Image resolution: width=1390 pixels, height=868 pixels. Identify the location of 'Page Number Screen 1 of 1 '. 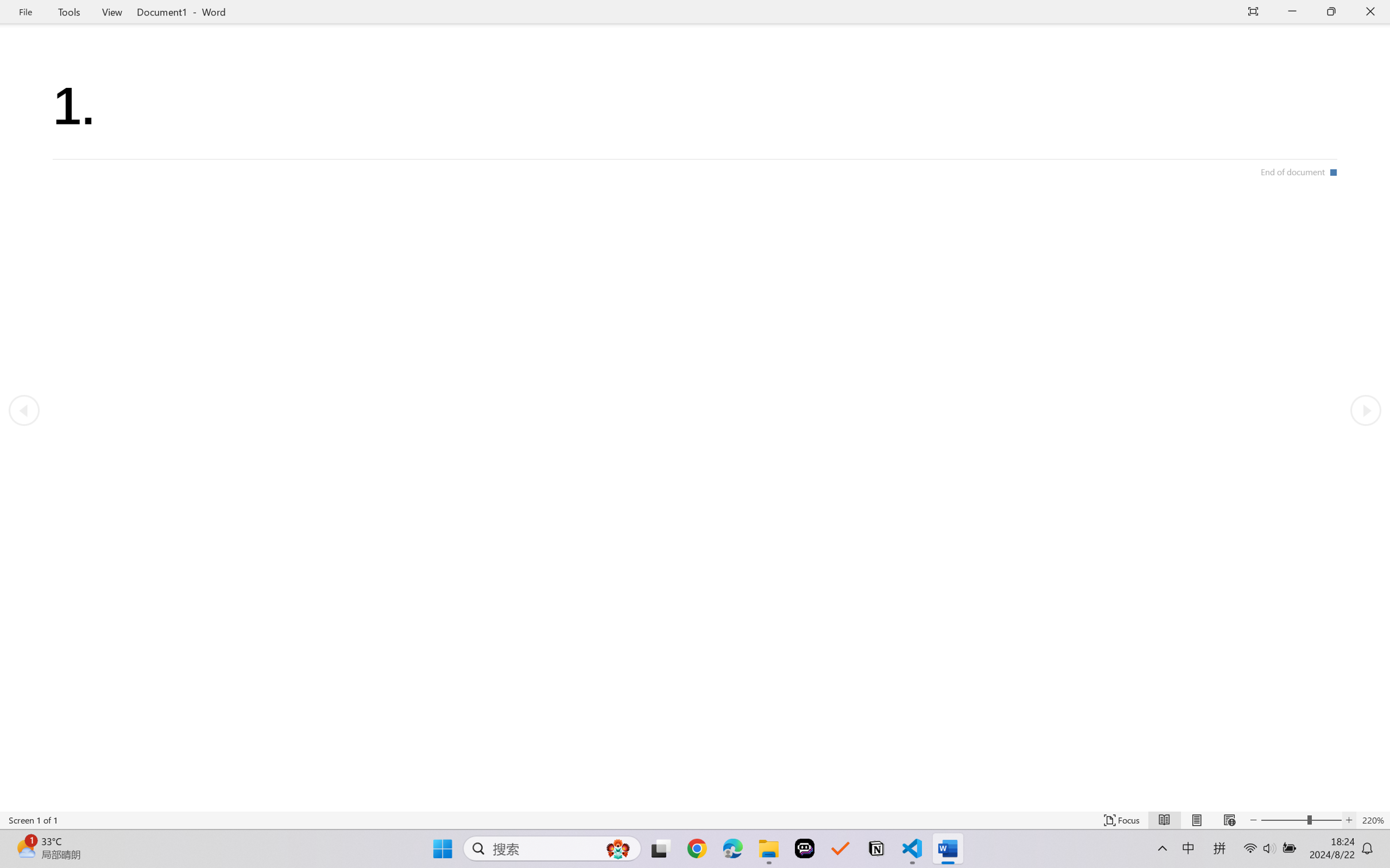
(33, 820).